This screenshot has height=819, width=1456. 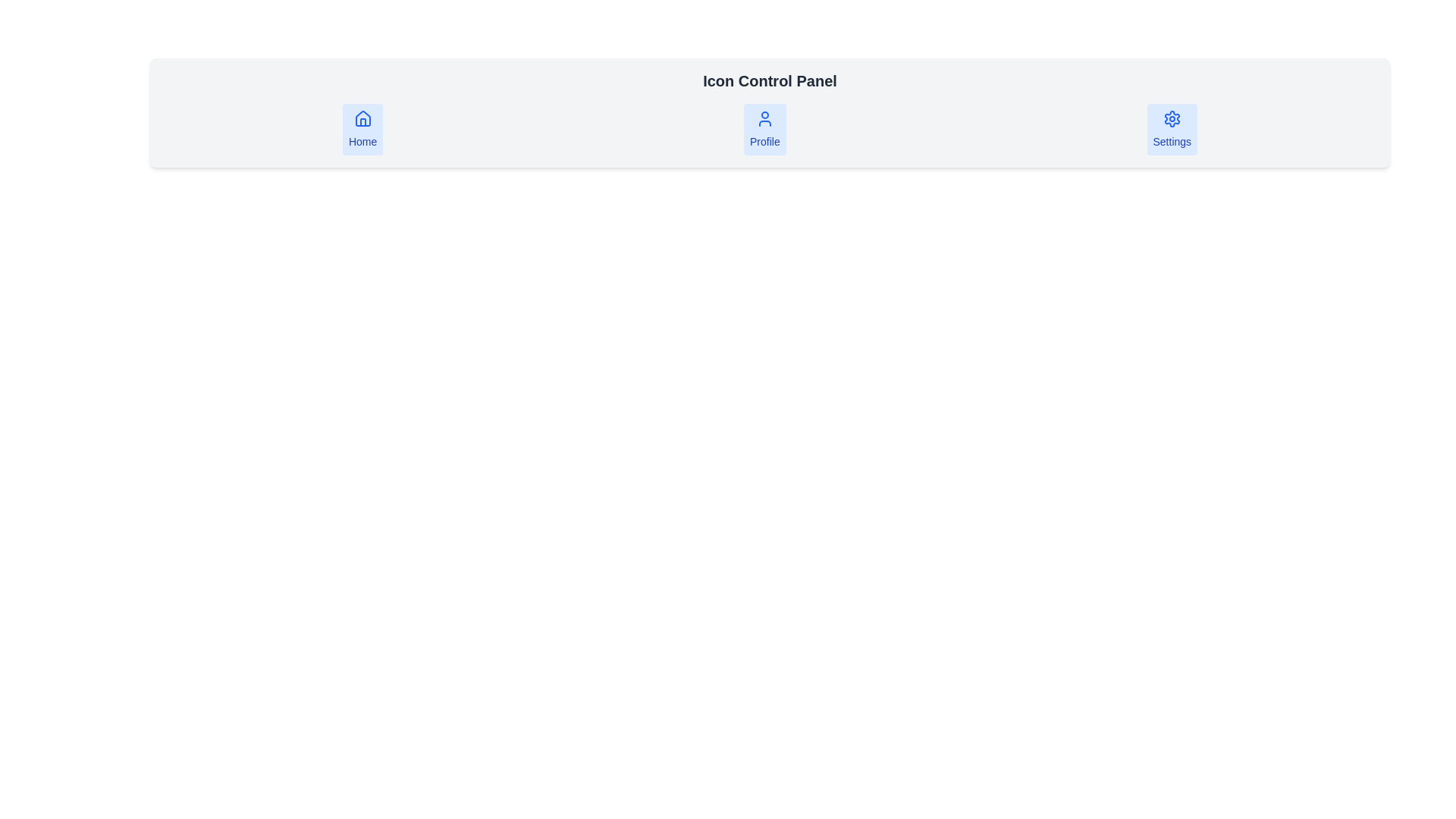 What do you see at coordinates (1171, 141) in the screenshot?
I see `the Text Label associated with the 'Settings' button, which provides a cue of the button's purpose for accessing settings functionality` at bounding box center [1171, 141].